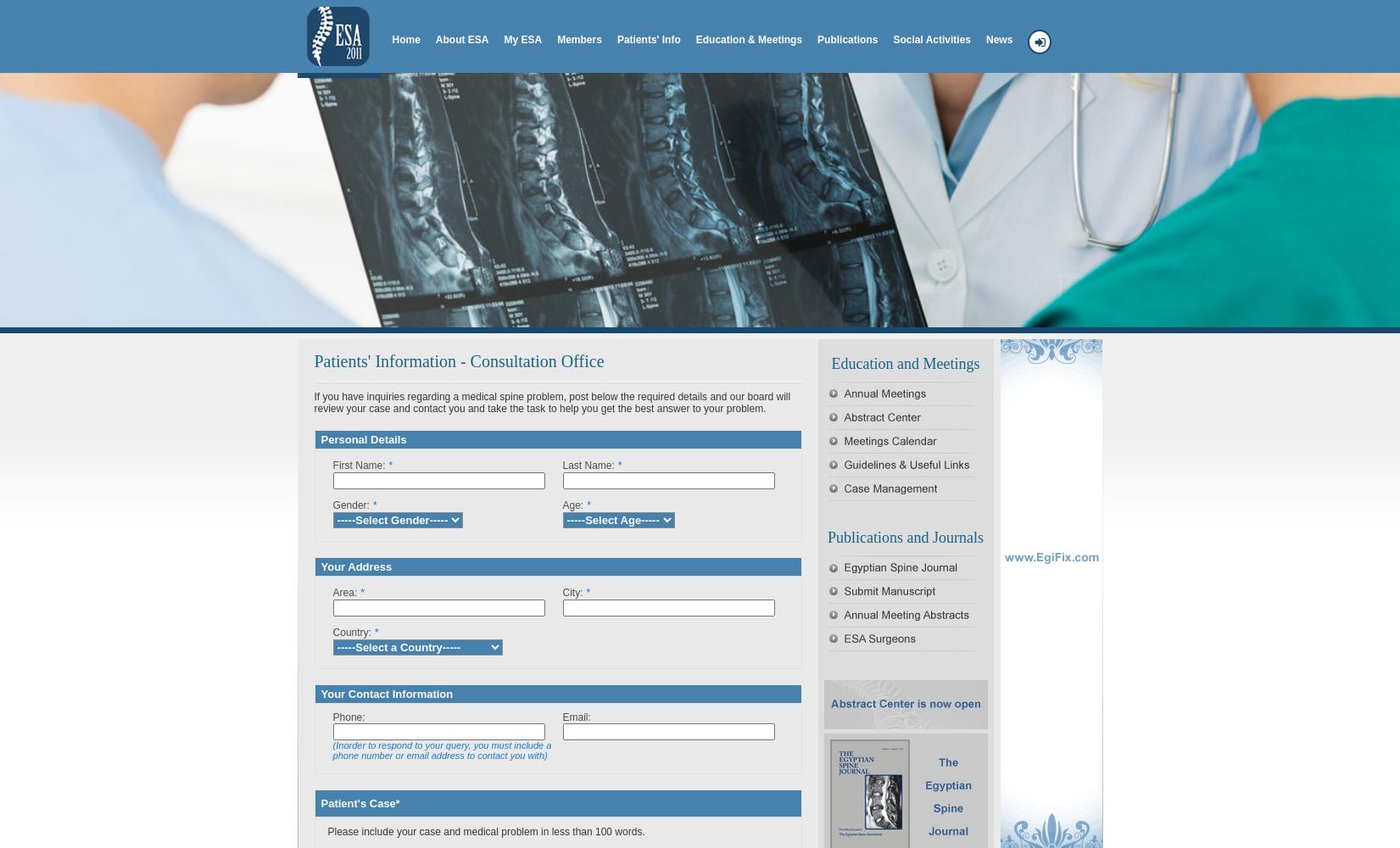 The image size is (1400, 848). I want to click on 'Patient's Case', so click(321, 802).